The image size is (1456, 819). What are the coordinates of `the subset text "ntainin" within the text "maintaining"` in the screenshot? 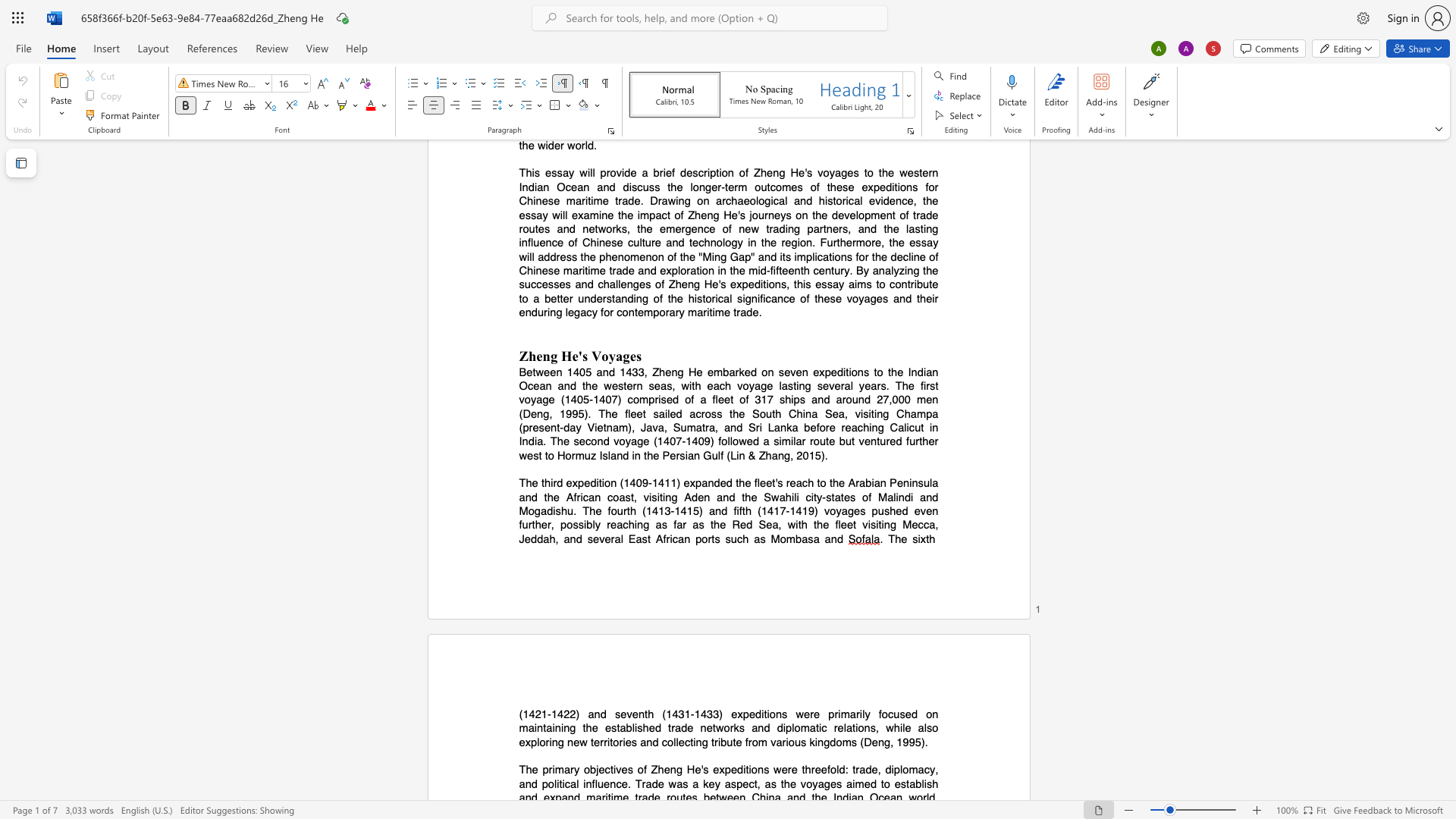 It's located at (537, 727).